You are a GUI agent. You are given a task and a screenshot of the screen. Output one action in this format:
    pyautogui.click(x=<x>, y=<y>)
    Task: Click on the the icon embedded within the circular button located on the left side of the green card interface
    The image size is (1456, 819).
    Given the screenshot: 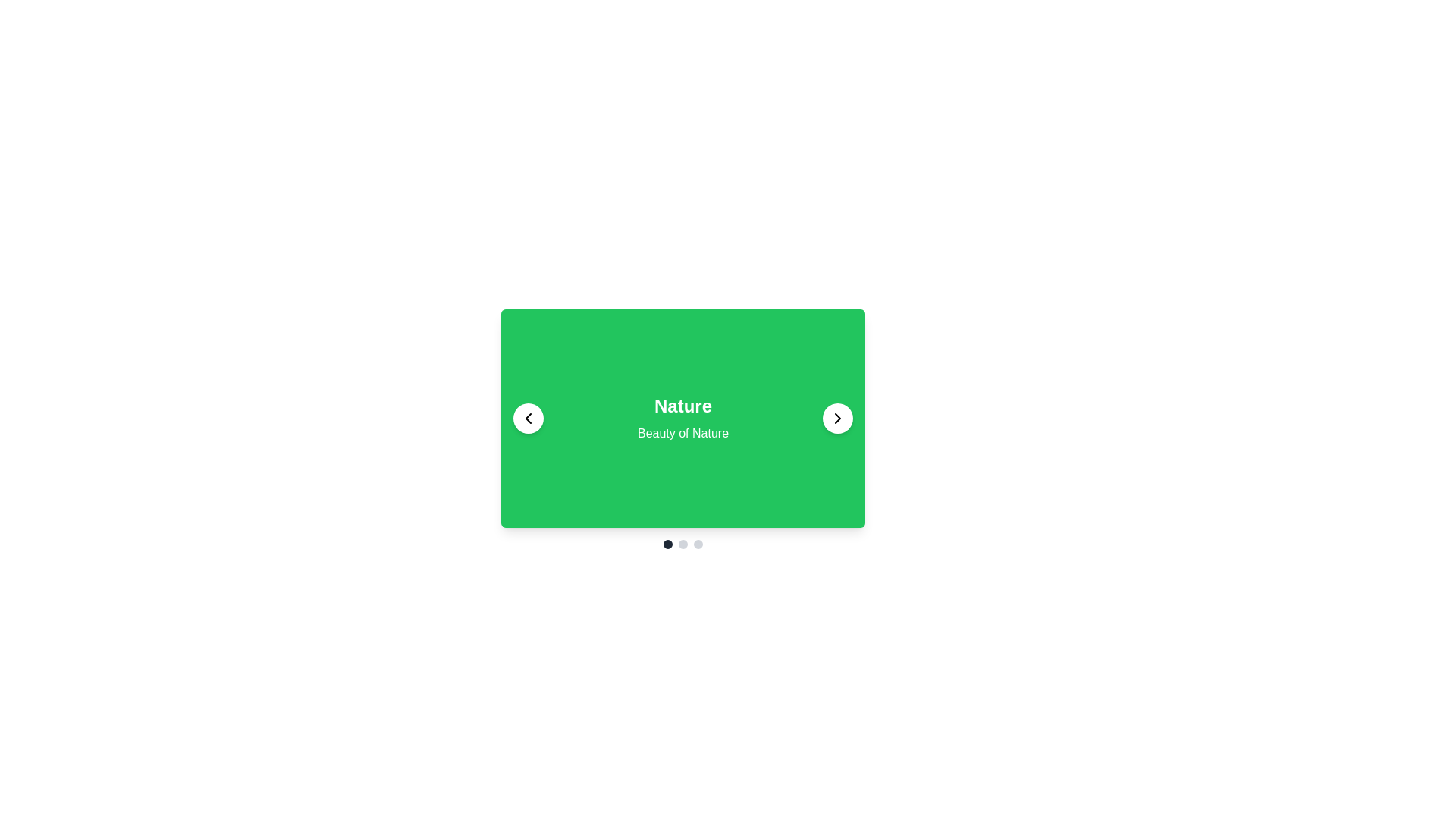 What is the action you would take?
    pyautogui.click(x=528, y=418)
    